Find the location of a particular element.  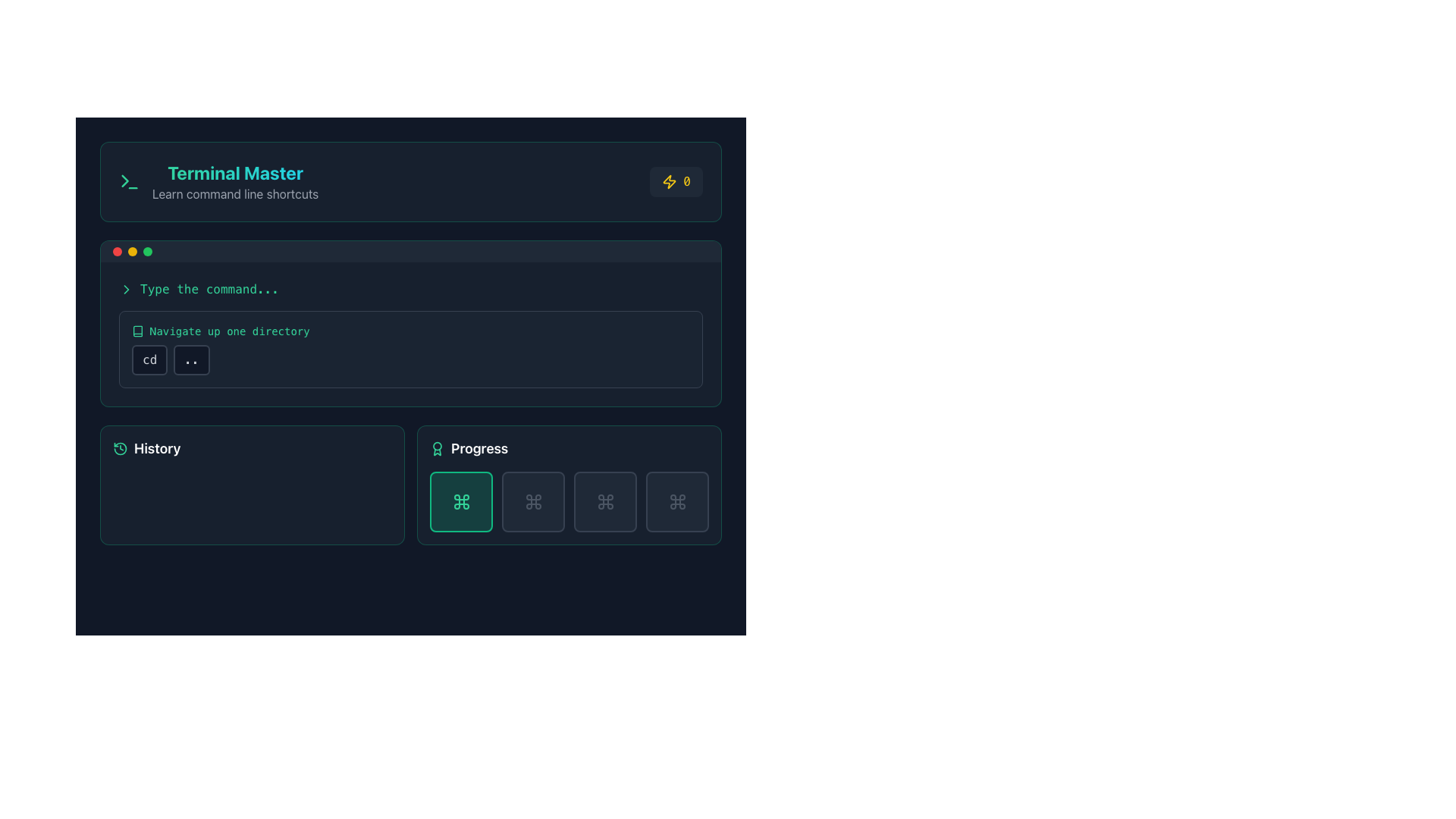

the third icon from the left in the set of four under the 'Progress' section is located at coordinates (604, 502).